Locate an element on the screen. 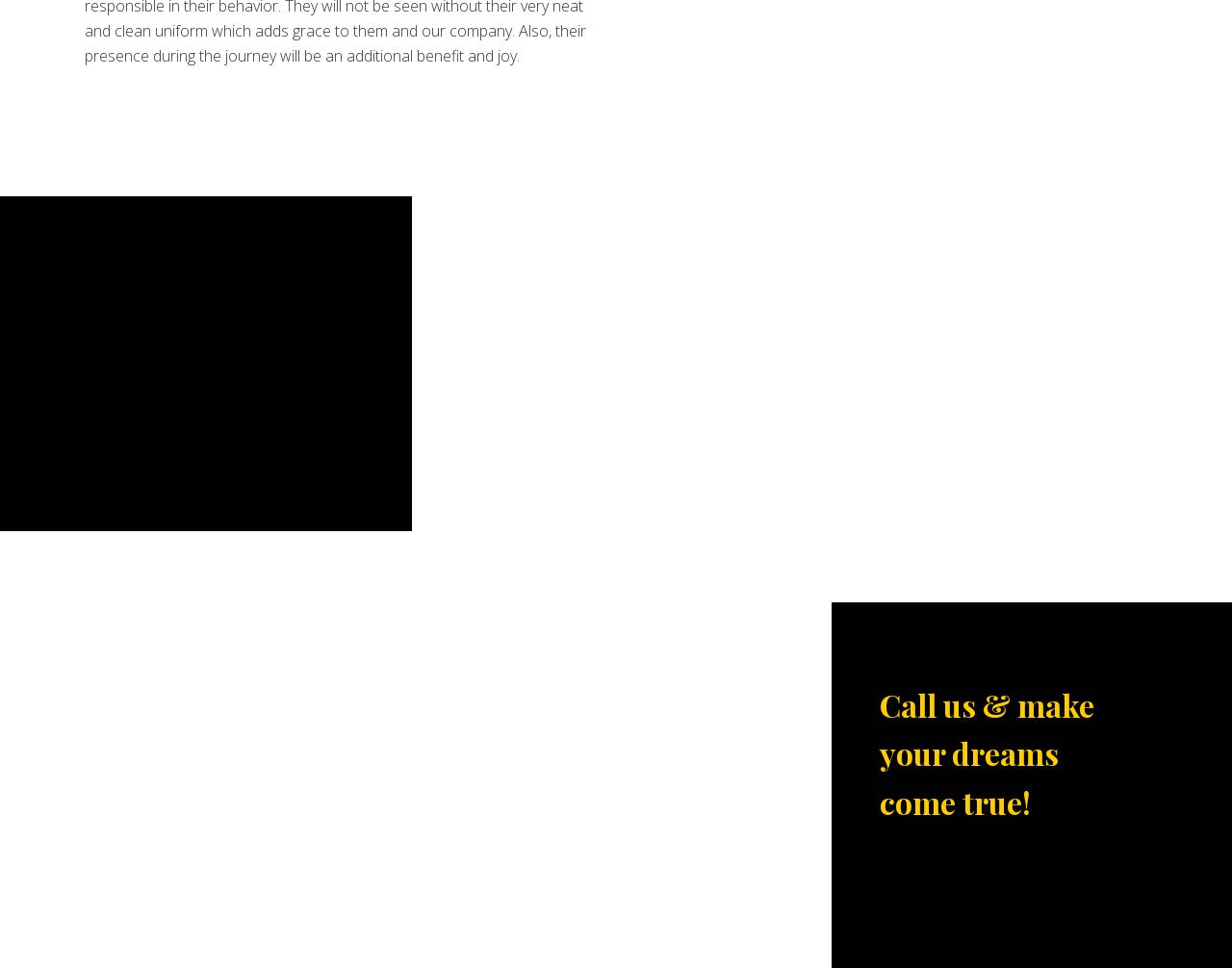  'Call us & make your dreams come true!' is located at coordinates (987, 751).